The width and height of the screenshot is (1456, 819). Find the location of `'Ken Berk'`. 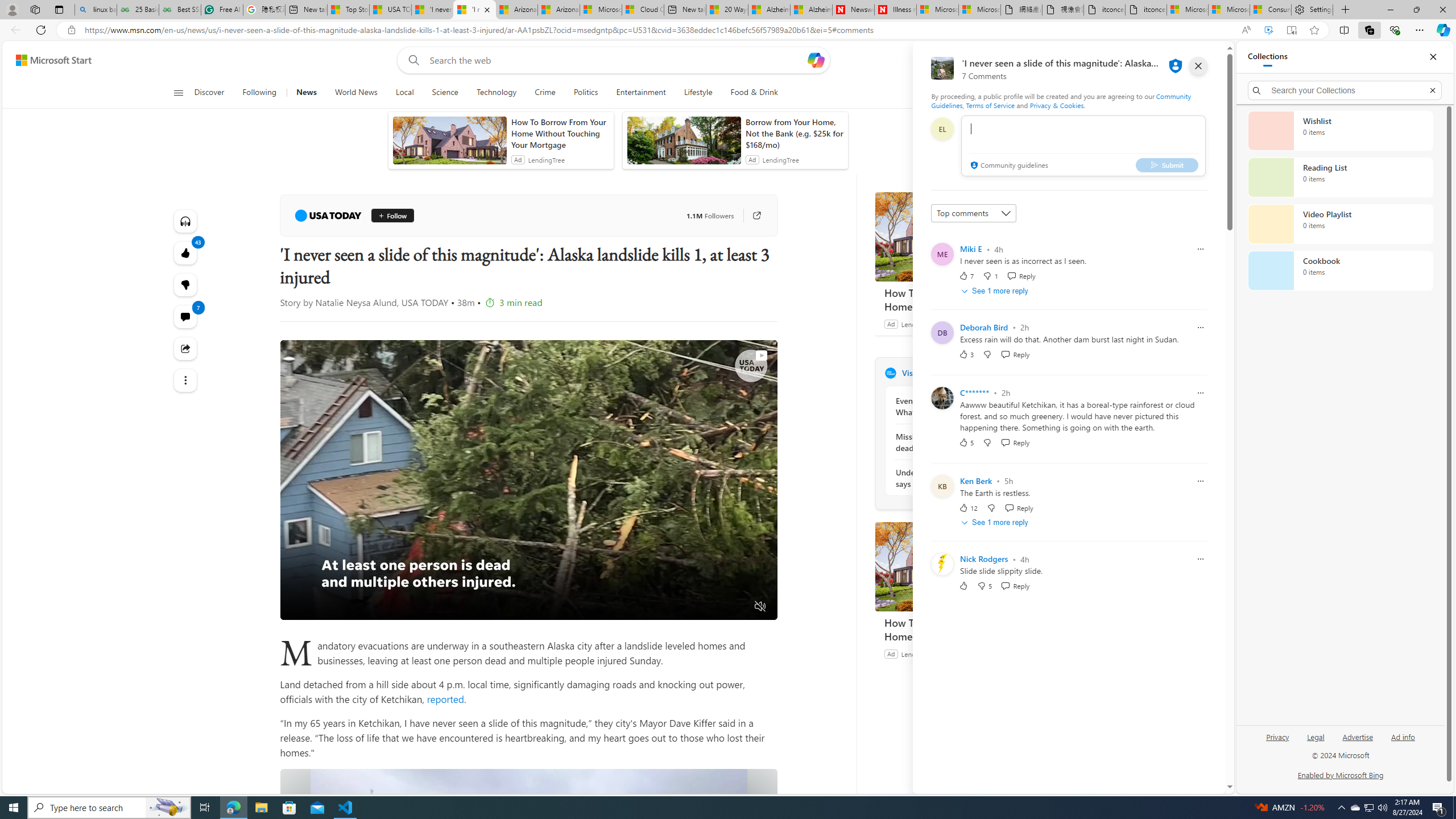

'Ken Berk' is located at coordinates (976, 481).